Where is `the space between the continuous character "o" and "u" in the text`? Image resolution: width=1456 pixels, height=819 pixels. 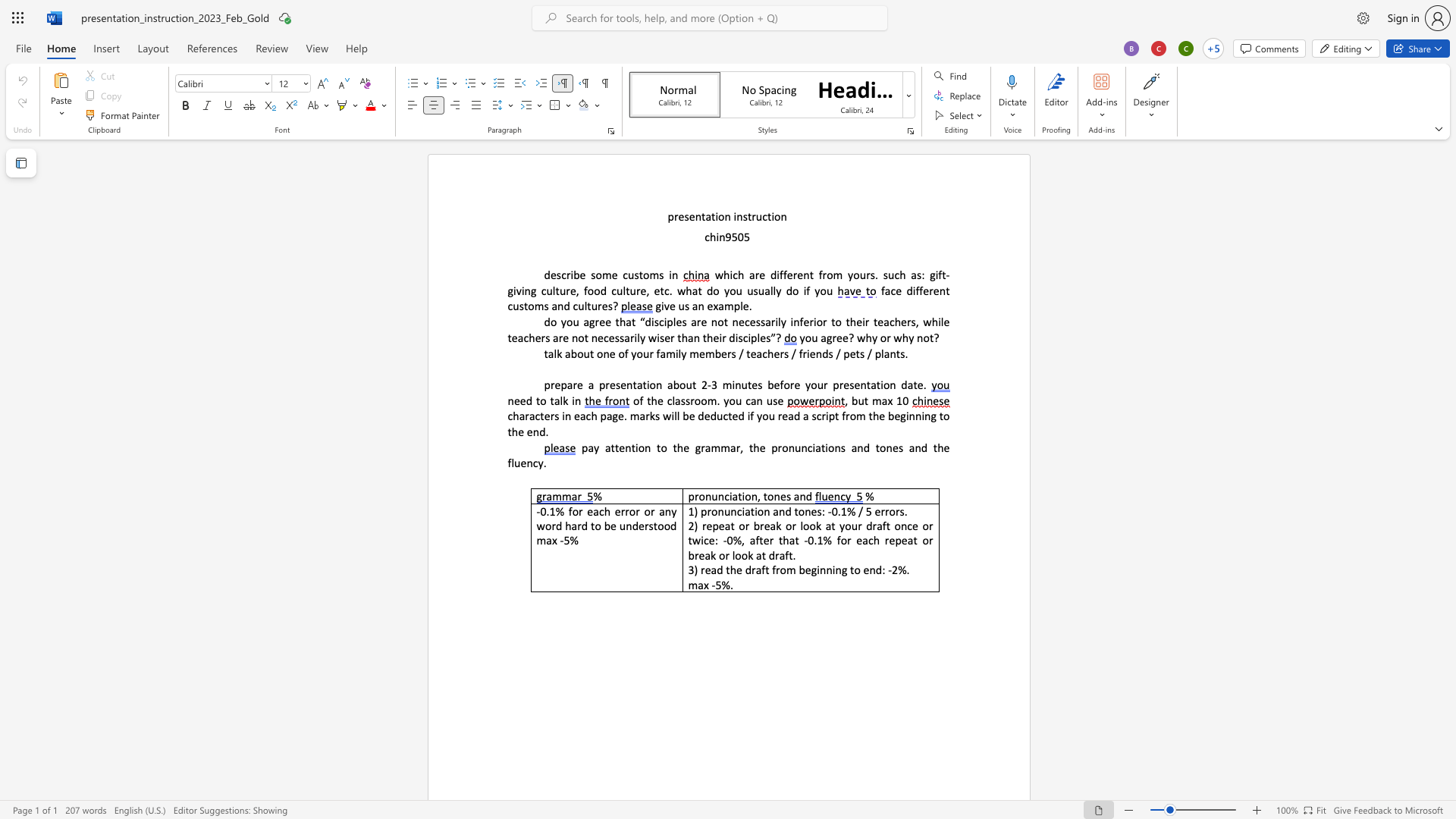
the space between the continuous character "o" and "u" in the text is located at coordinates (859, 275).